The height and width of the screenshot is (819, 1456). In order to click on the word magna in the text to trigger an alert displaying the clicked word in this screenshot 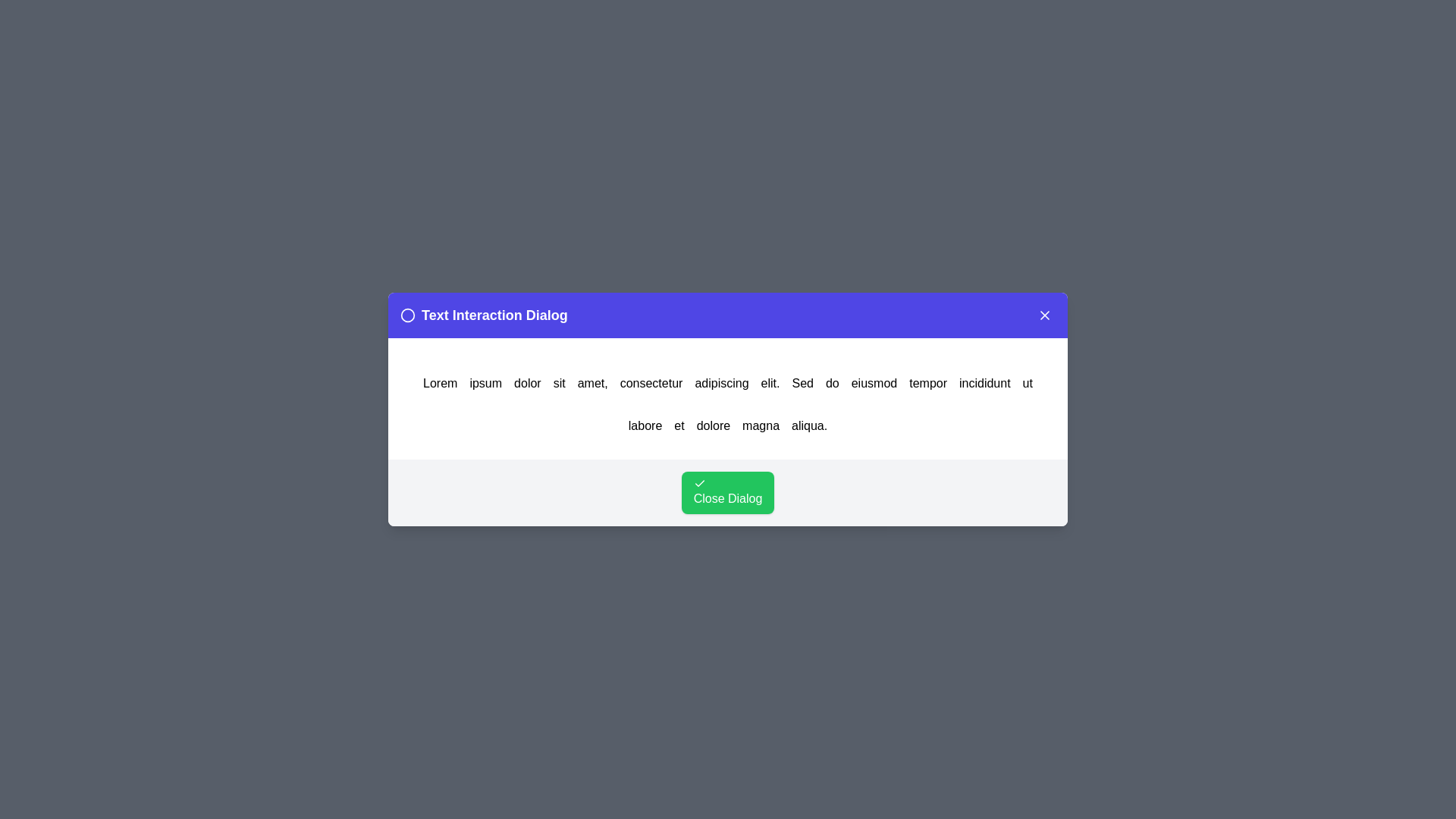, I will do `click(761, 426)`.